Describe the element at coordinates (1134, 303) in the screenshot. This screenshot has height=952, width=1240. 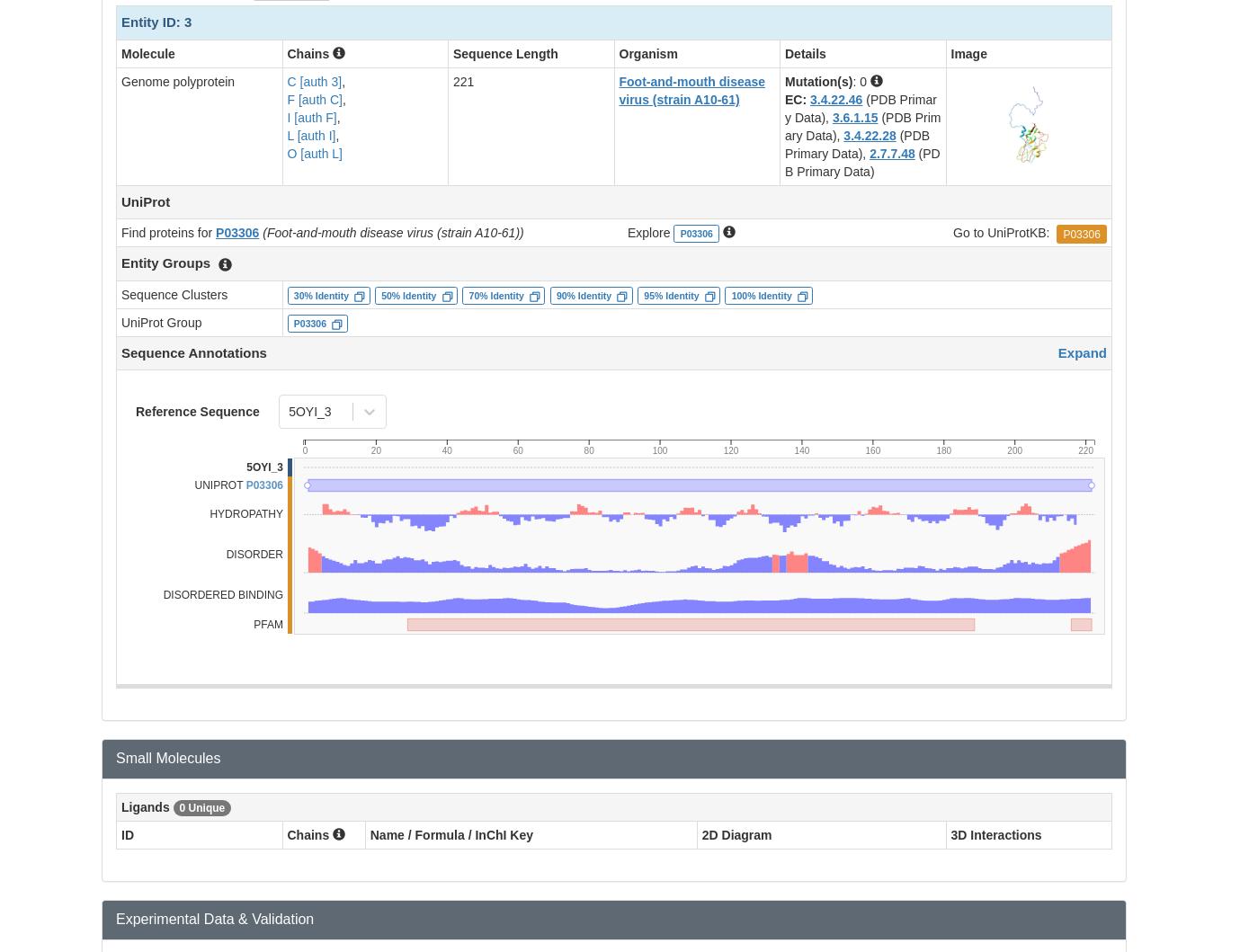
I see `'LOADING'` at that location.